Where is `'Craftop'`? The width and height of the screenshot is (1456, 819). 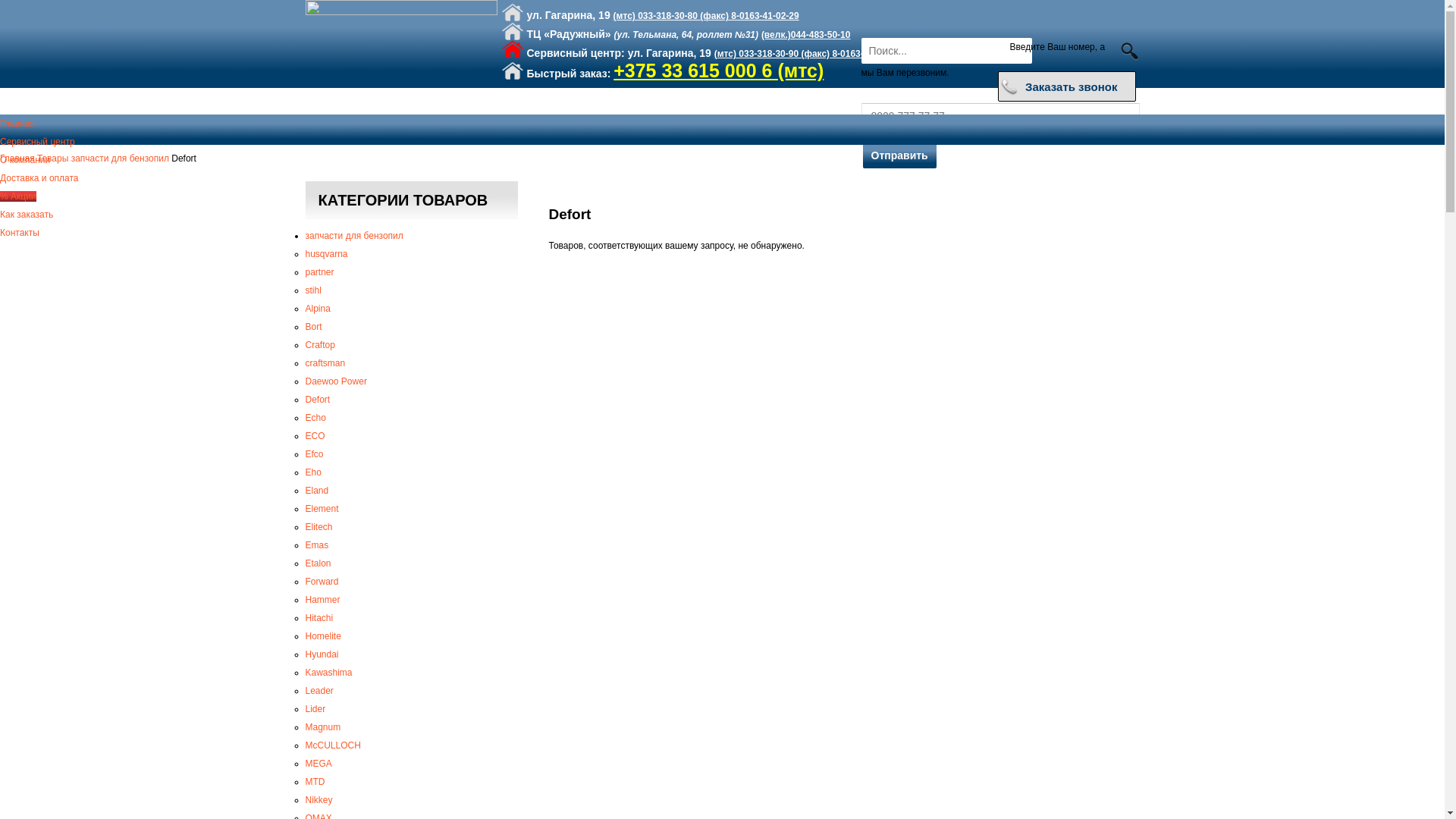
'Craftop' is located at coordinates (318, 345).